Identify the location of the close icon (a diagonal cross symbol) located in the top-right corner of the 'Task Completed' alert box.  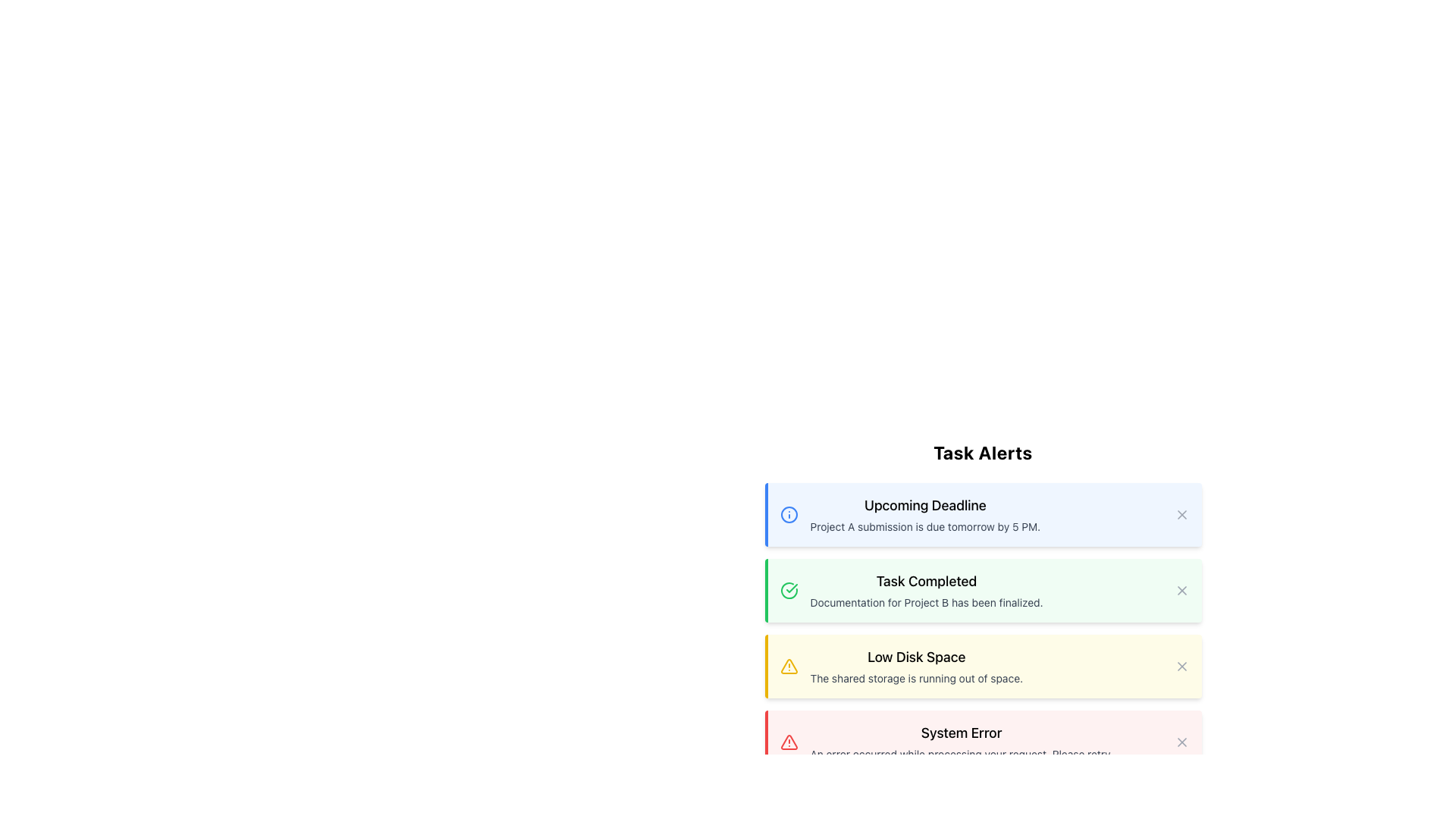
(1181, 590).